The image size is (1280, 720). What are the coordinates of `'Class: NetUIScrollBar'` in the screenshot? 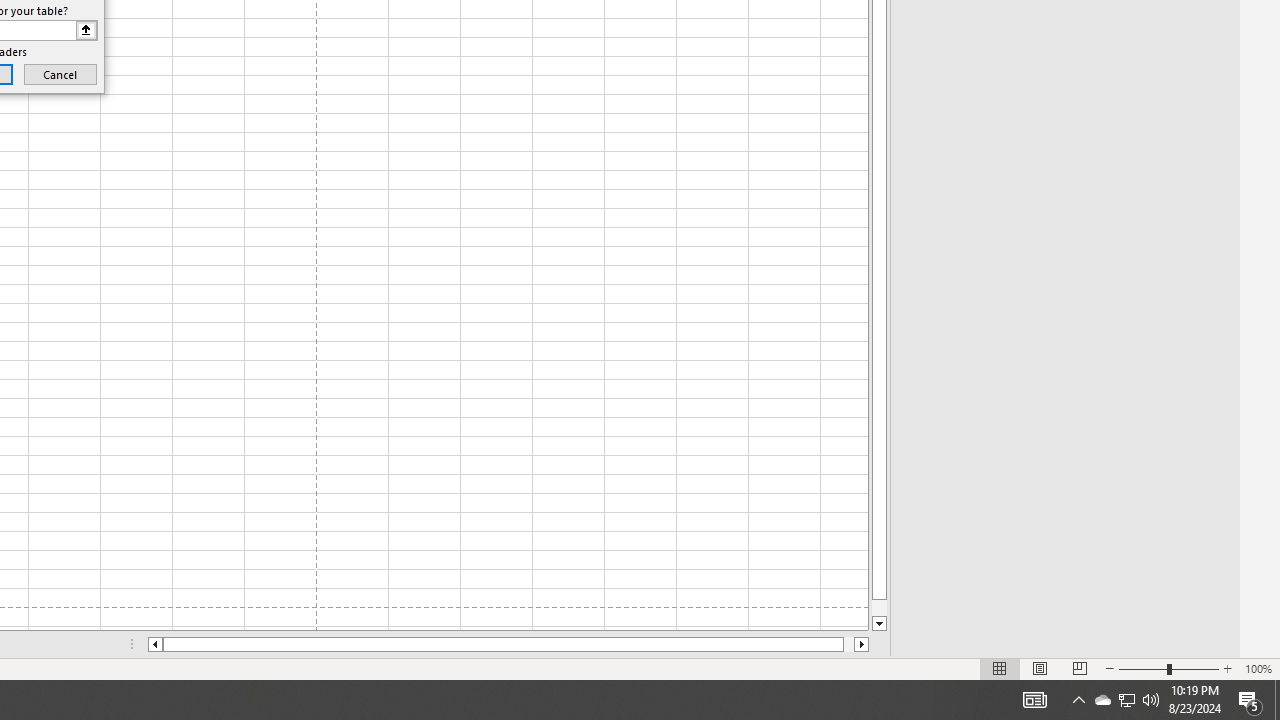 It's located at (508, 644).